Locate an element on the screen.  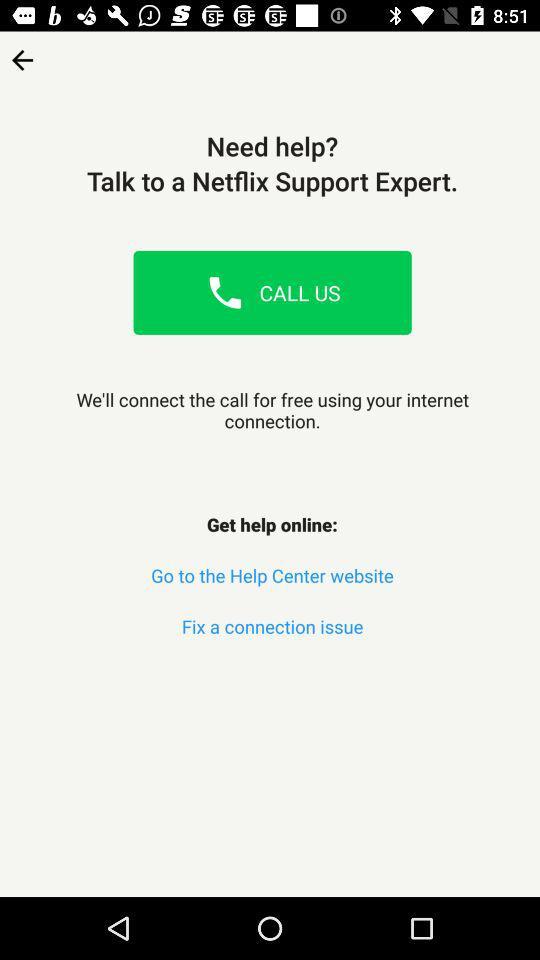
the fix a connection item is located at coordinates (271, 625).